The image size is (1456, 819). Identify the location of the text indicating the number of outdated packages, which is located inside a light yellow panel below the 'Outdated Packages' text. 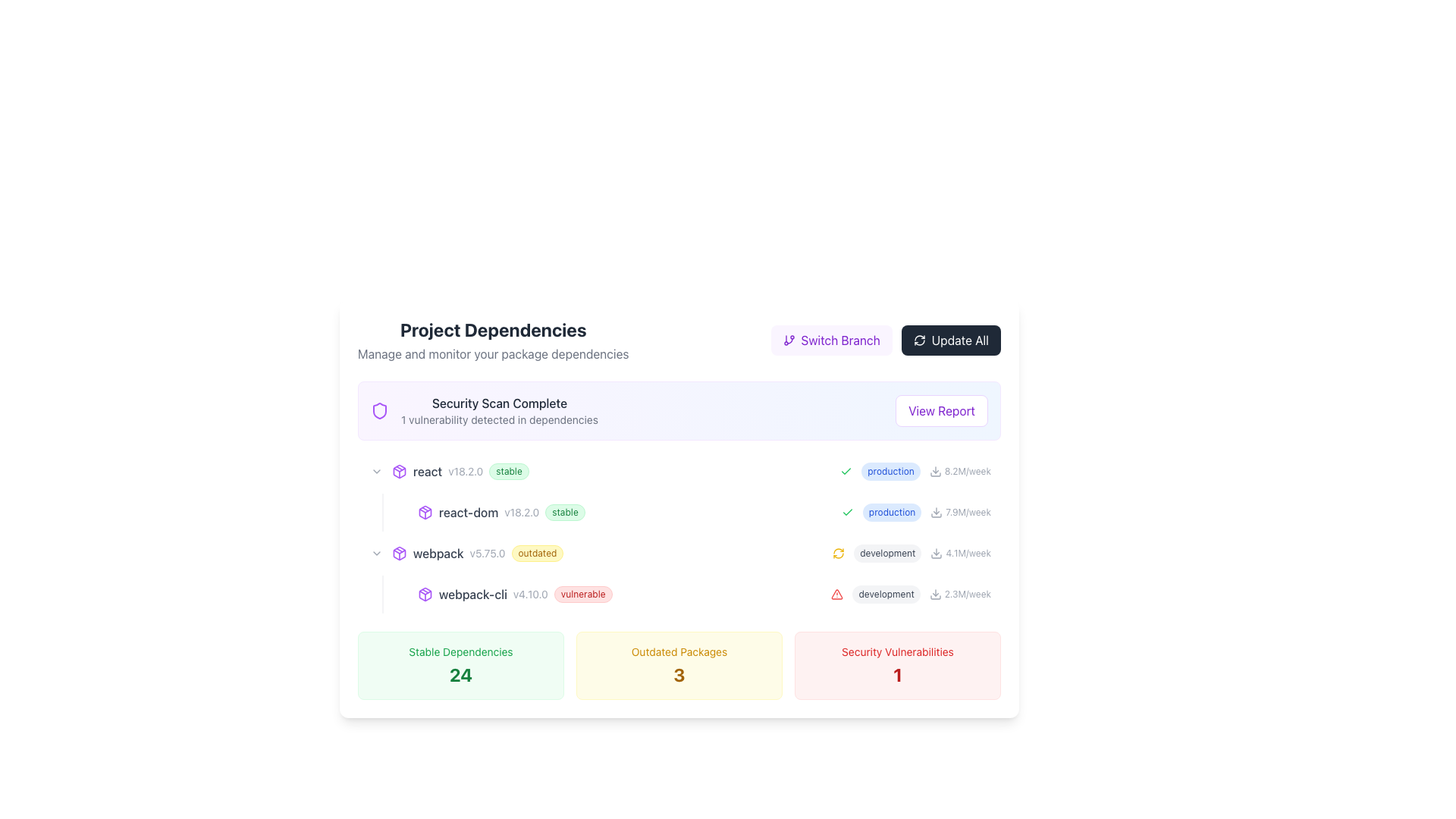
(679, 674).